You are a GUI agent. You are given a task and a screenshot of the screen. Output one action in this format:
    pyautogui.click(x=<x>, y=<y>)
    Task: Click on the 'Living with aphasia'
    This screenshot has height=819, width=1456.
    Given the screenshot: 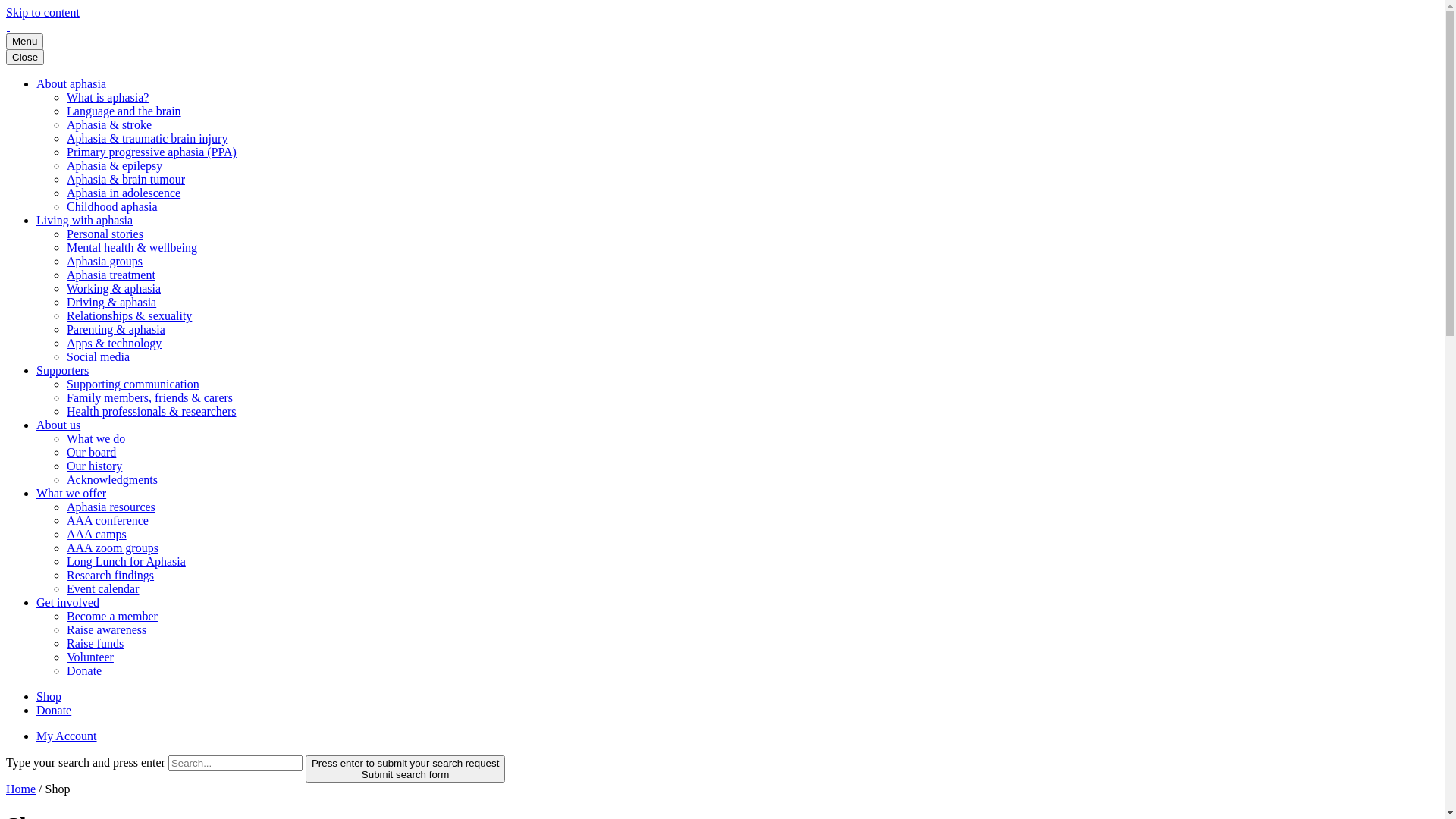 What is the action you would take?
    pyautogui.click(x=83, y=220)
    